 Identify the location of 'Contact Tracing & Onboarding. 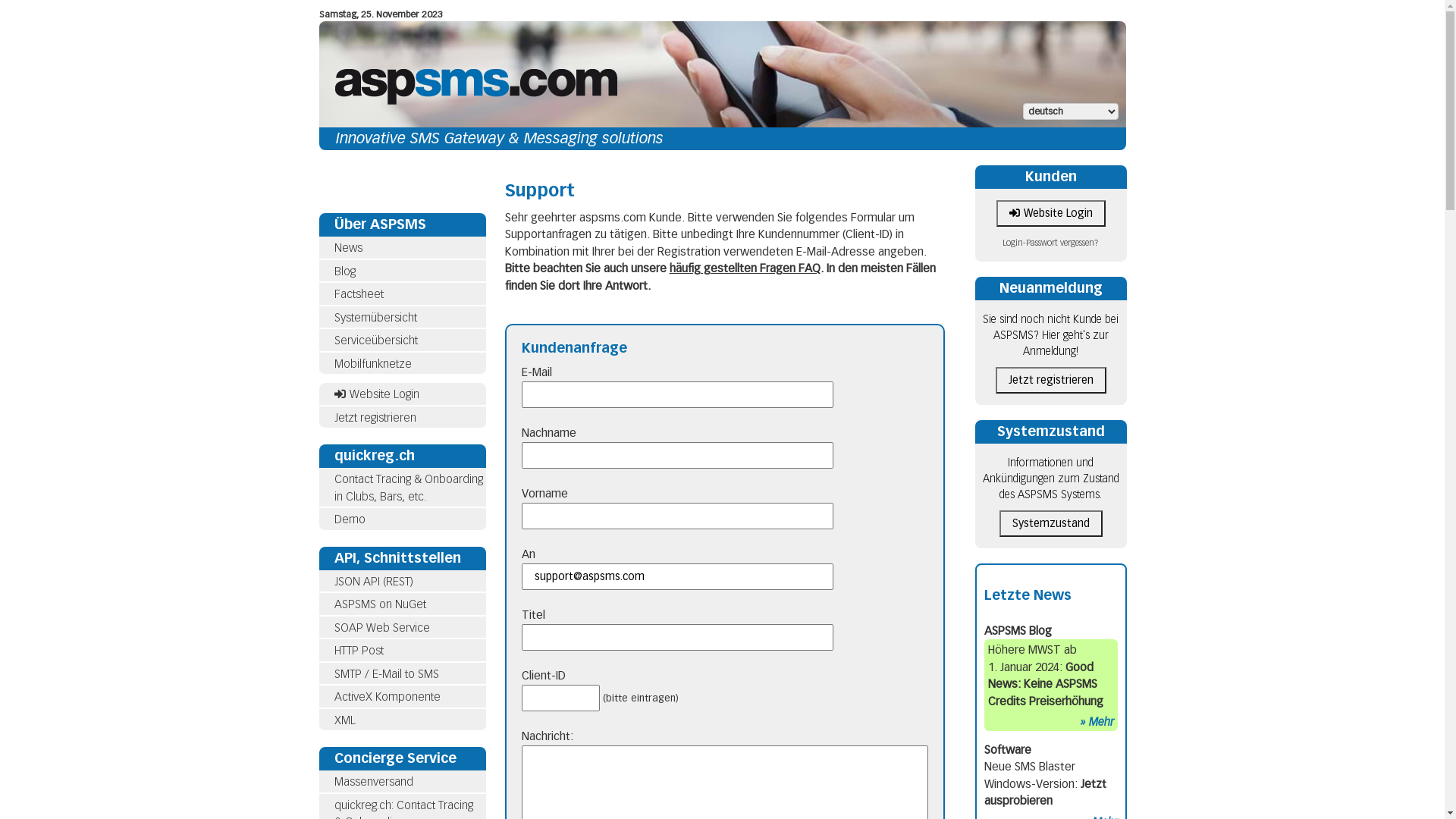
(401, 488).